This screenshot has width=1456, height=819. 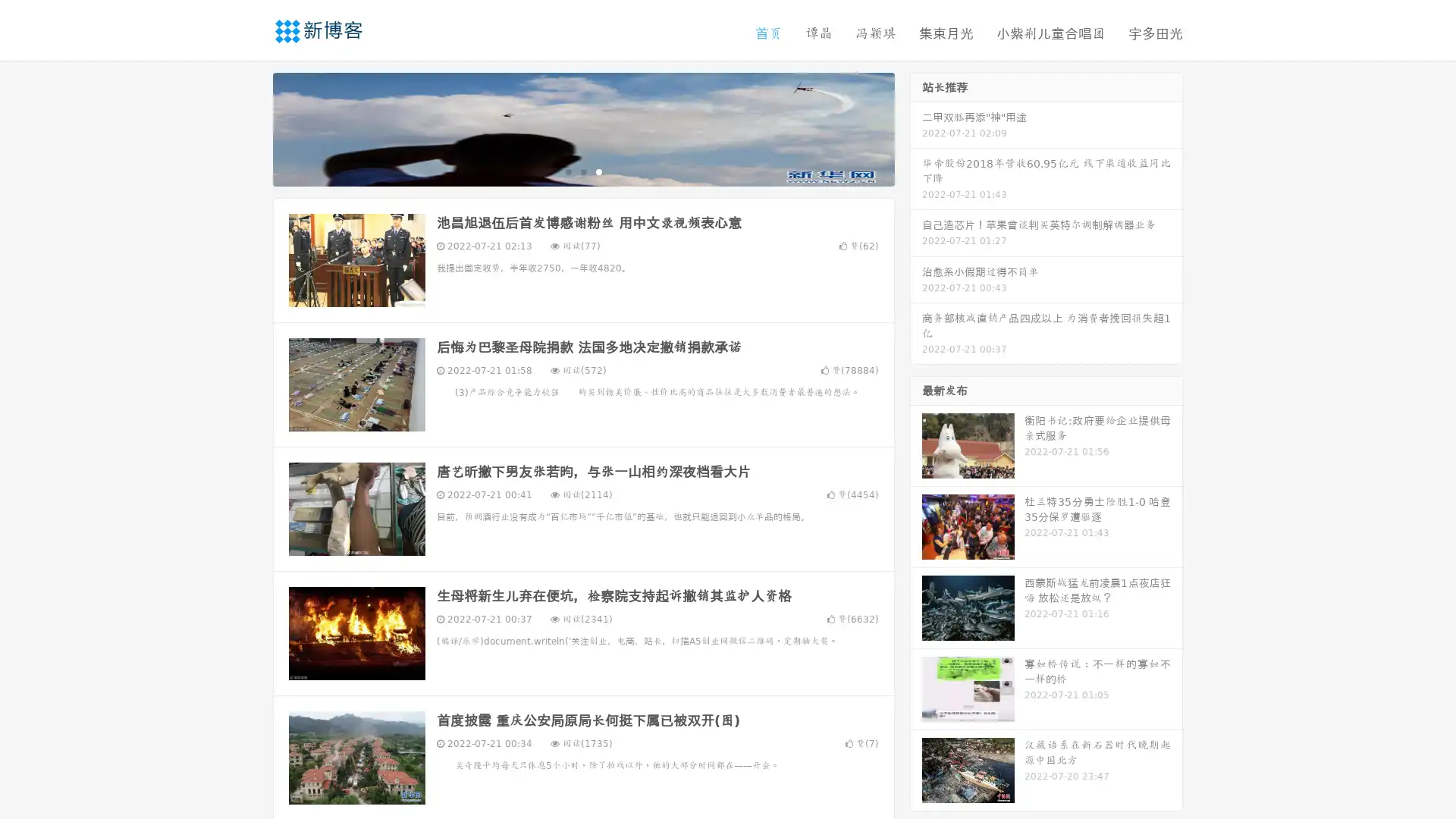 I want to click on Previous slide, so click(x=250, y=127).